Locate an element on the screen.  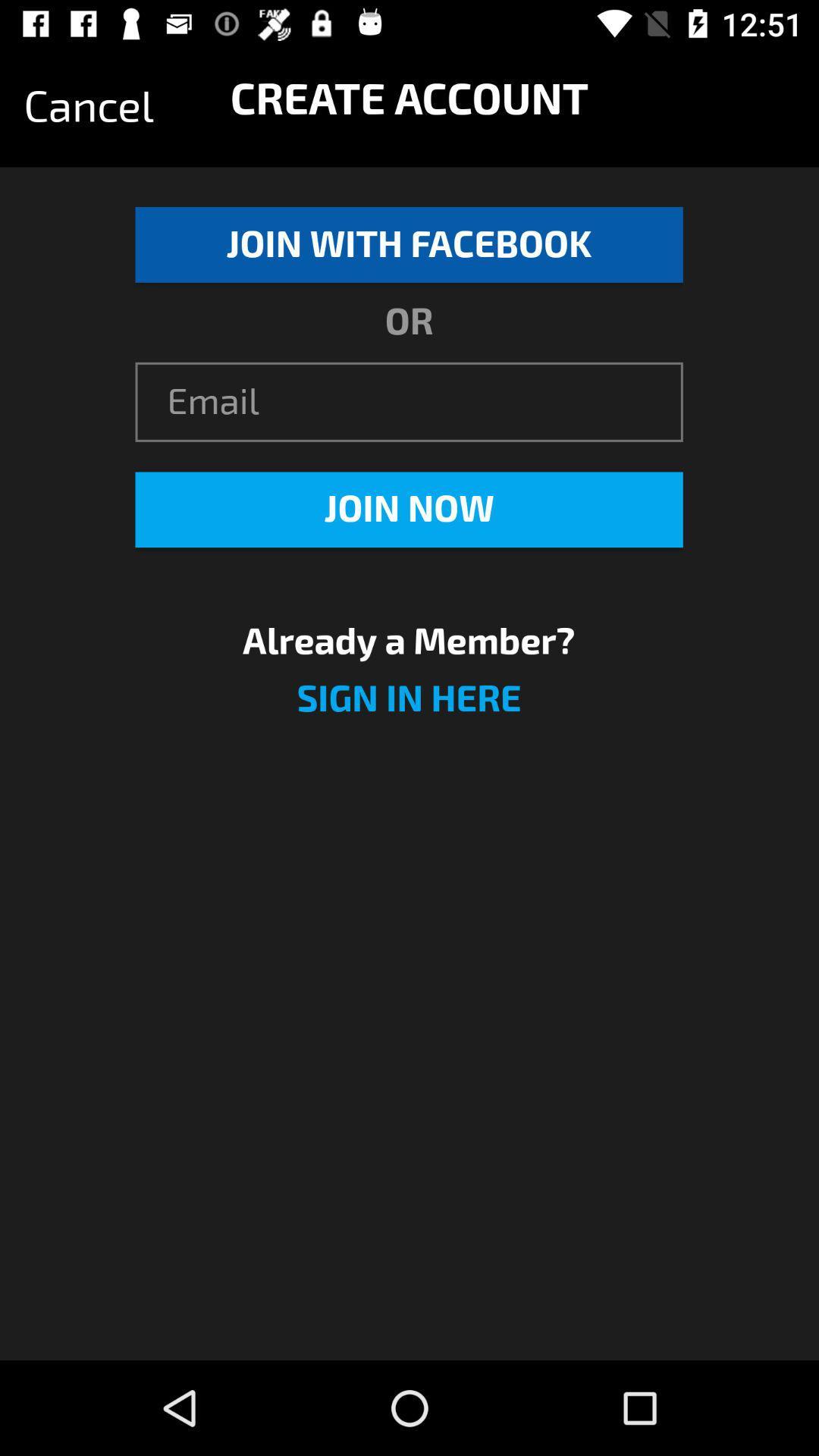
icon above or icon is located at coordinates (408, 244).